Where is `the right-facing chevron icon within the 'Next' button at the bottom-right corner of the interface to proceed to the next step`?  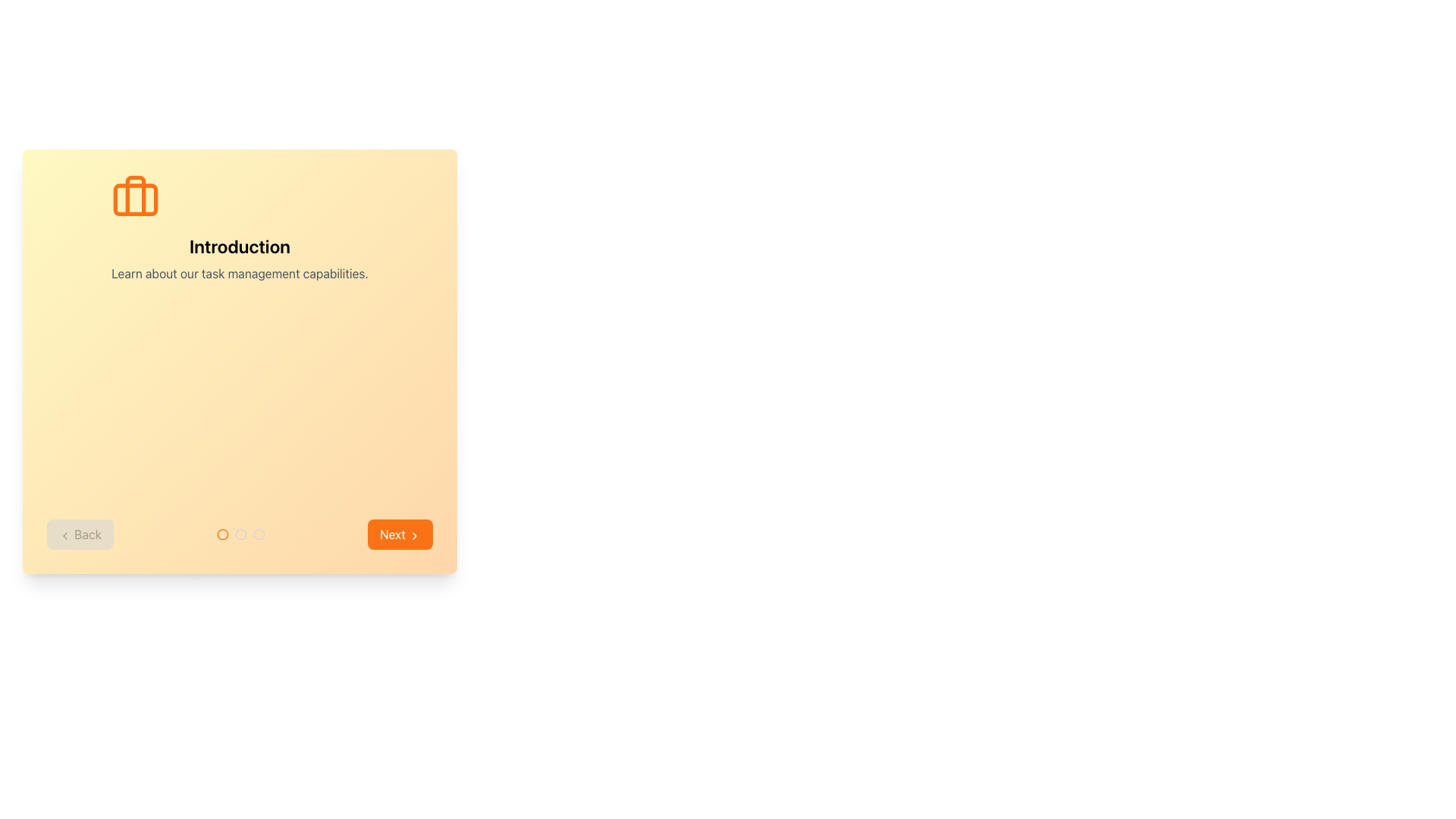
the right-facing chevron icon within the 'Next' button at the bottom-right corner of the interface to proceed to the next step is located at coordinates (415, 535).